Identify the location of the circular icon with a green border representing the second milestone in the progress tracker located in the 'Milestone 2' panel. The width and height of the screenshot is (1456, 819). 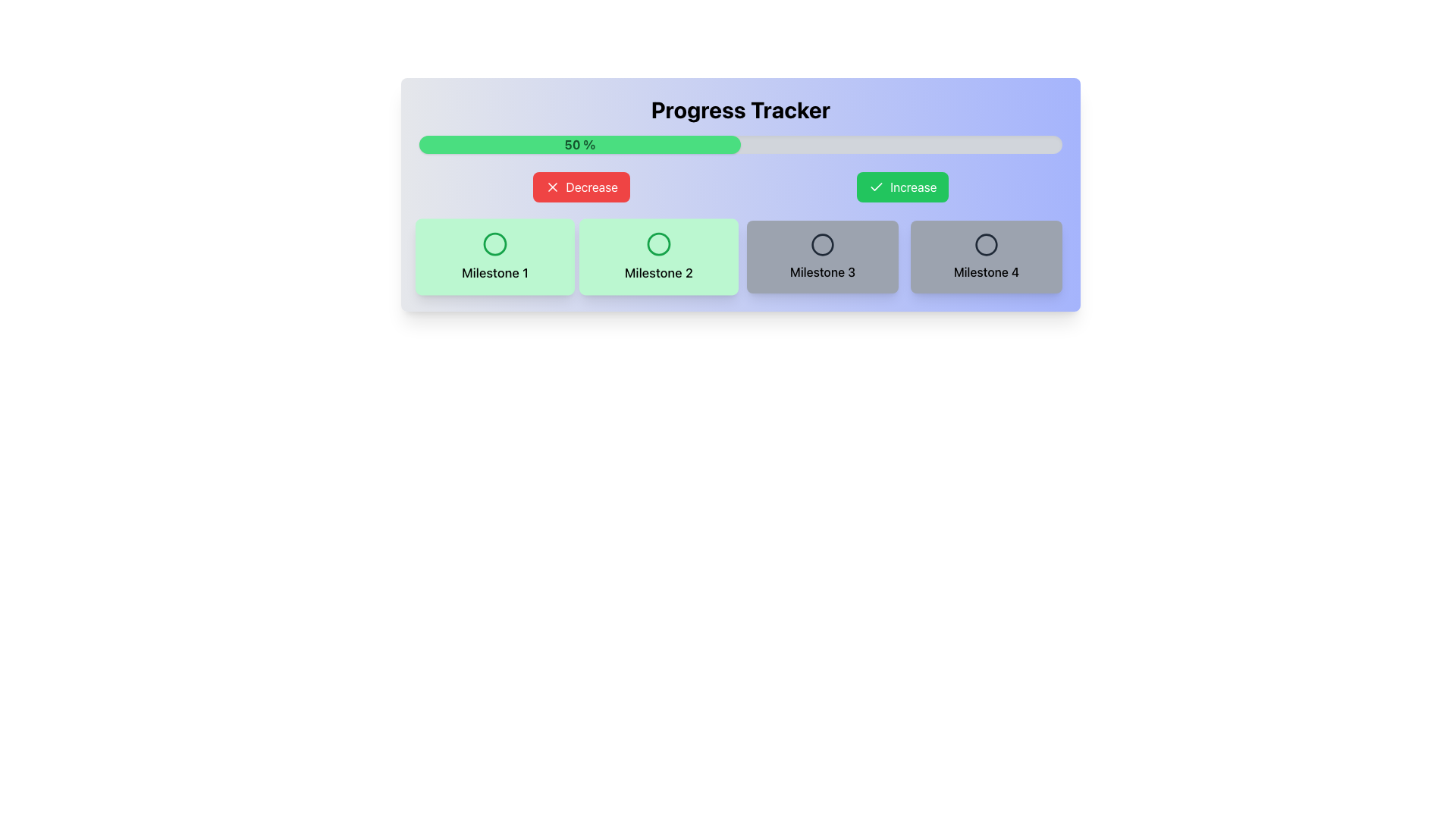
(658, 243).